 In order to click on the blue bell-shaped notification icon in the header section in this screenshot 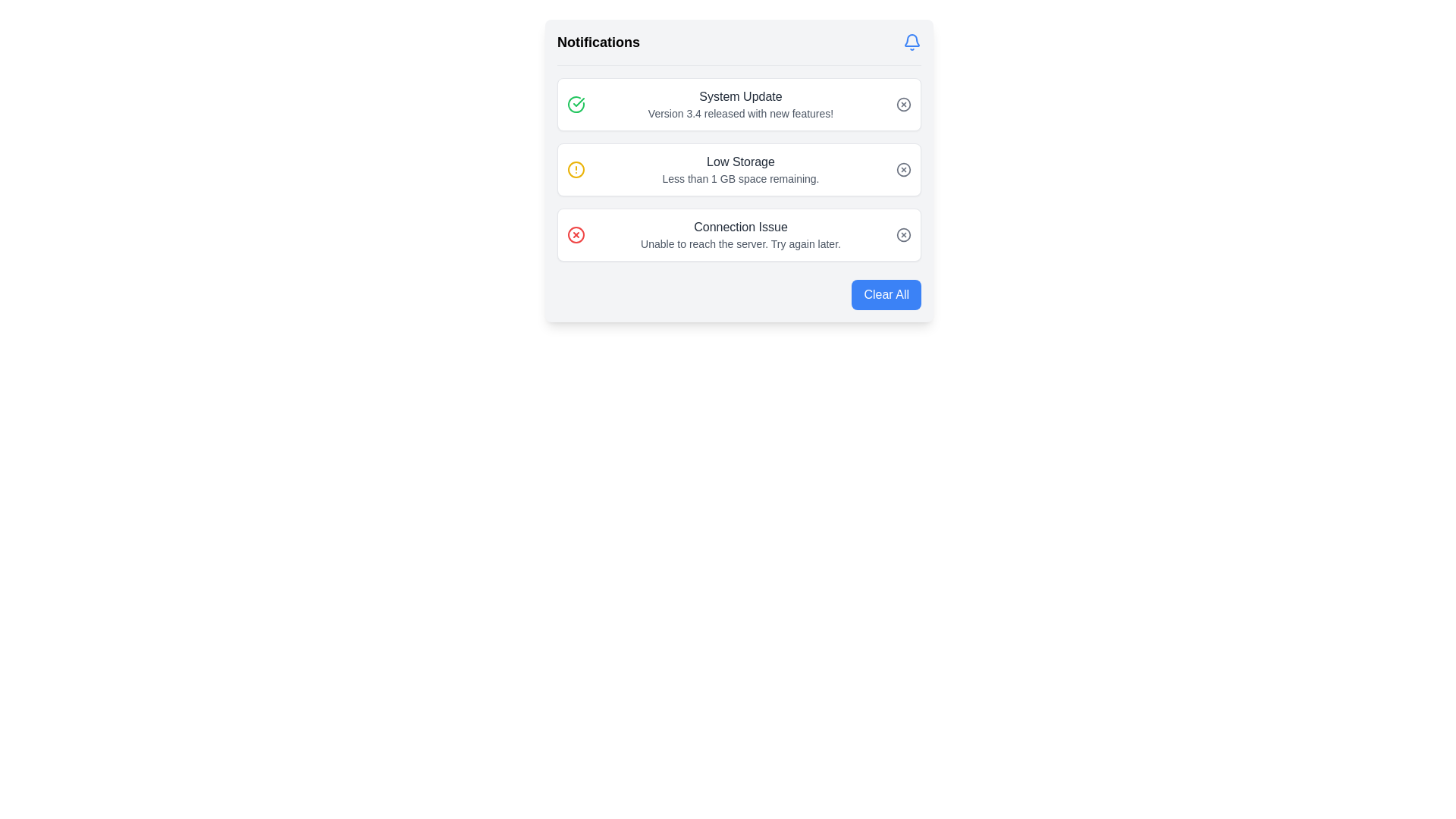, I will do `click(912, 42)`.